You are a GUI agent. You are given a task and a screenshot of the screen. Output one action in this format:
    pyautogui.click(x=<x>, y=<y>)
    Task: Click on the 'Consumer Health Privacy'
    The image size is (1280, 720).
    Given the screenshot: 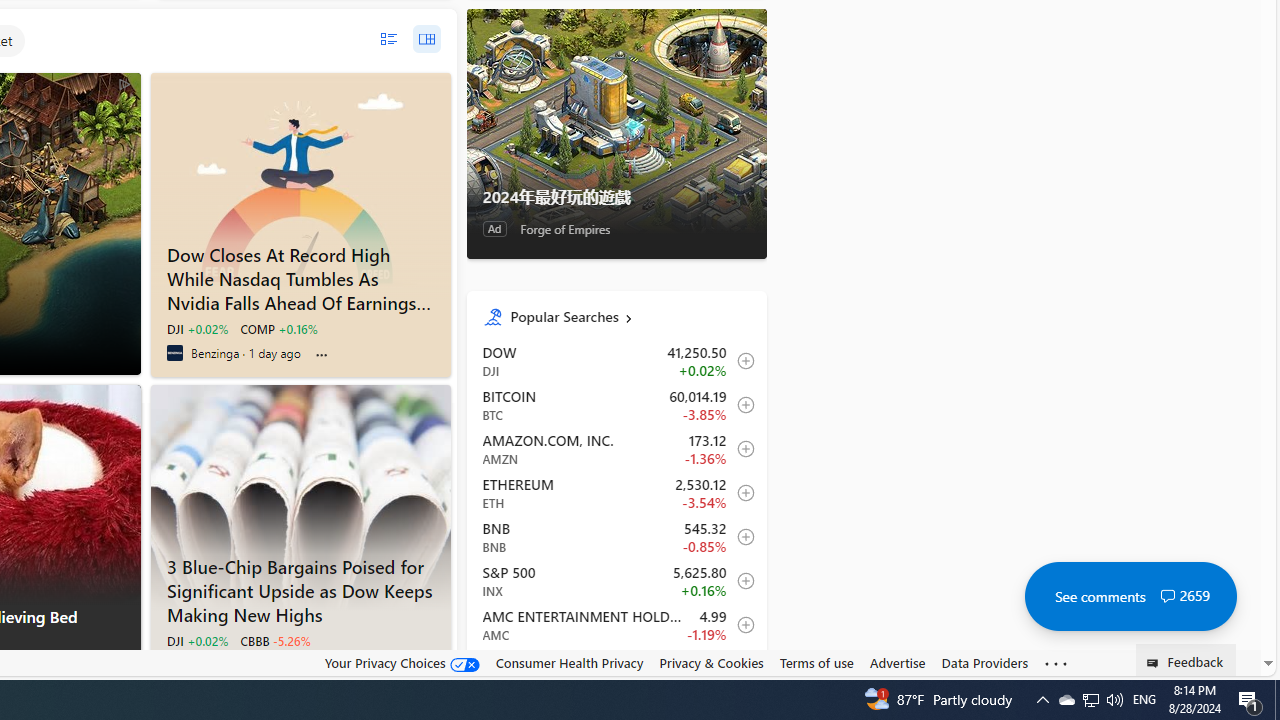 What is the action you would take?
    pyautogui.click(x=568, y=662)
    